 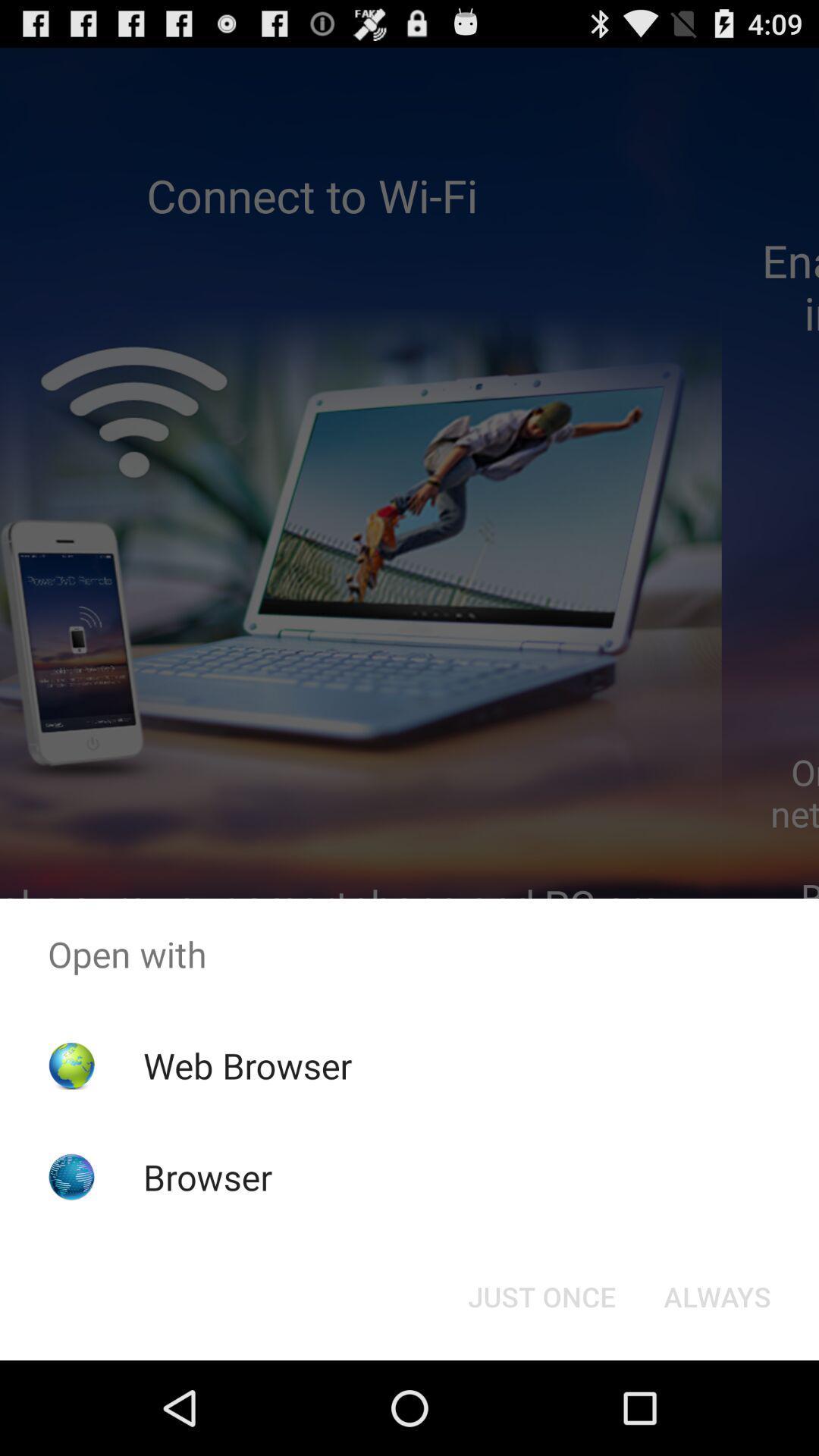 What do you see at coordinates (717, 1295) in the screenshot?
I see `the button to the right of the just once item` at bounding box center [717, 1295].